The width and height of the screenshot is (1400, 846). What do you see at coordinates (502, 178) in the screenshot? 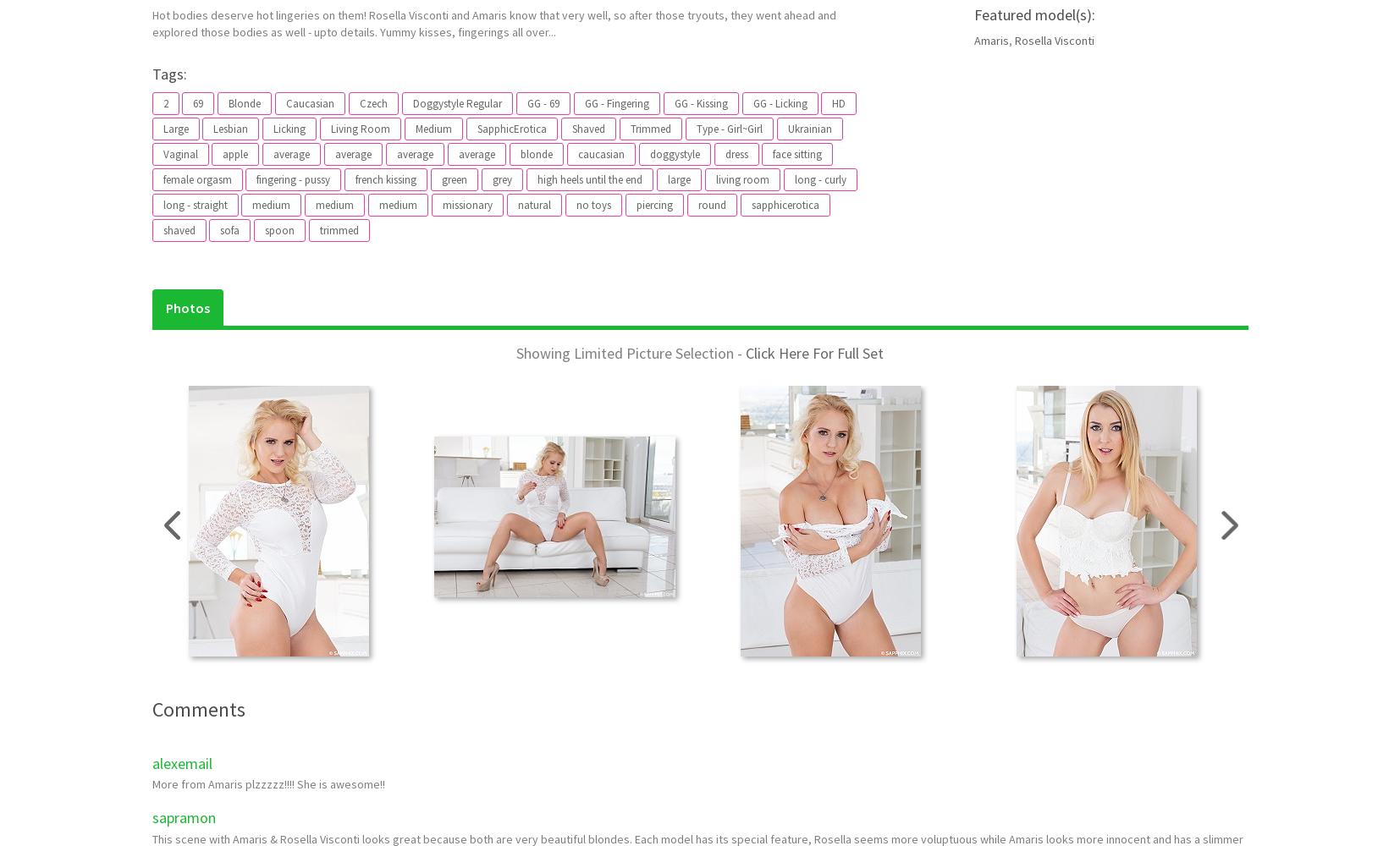
I see `'grey'` at bounding box center [502, 178].